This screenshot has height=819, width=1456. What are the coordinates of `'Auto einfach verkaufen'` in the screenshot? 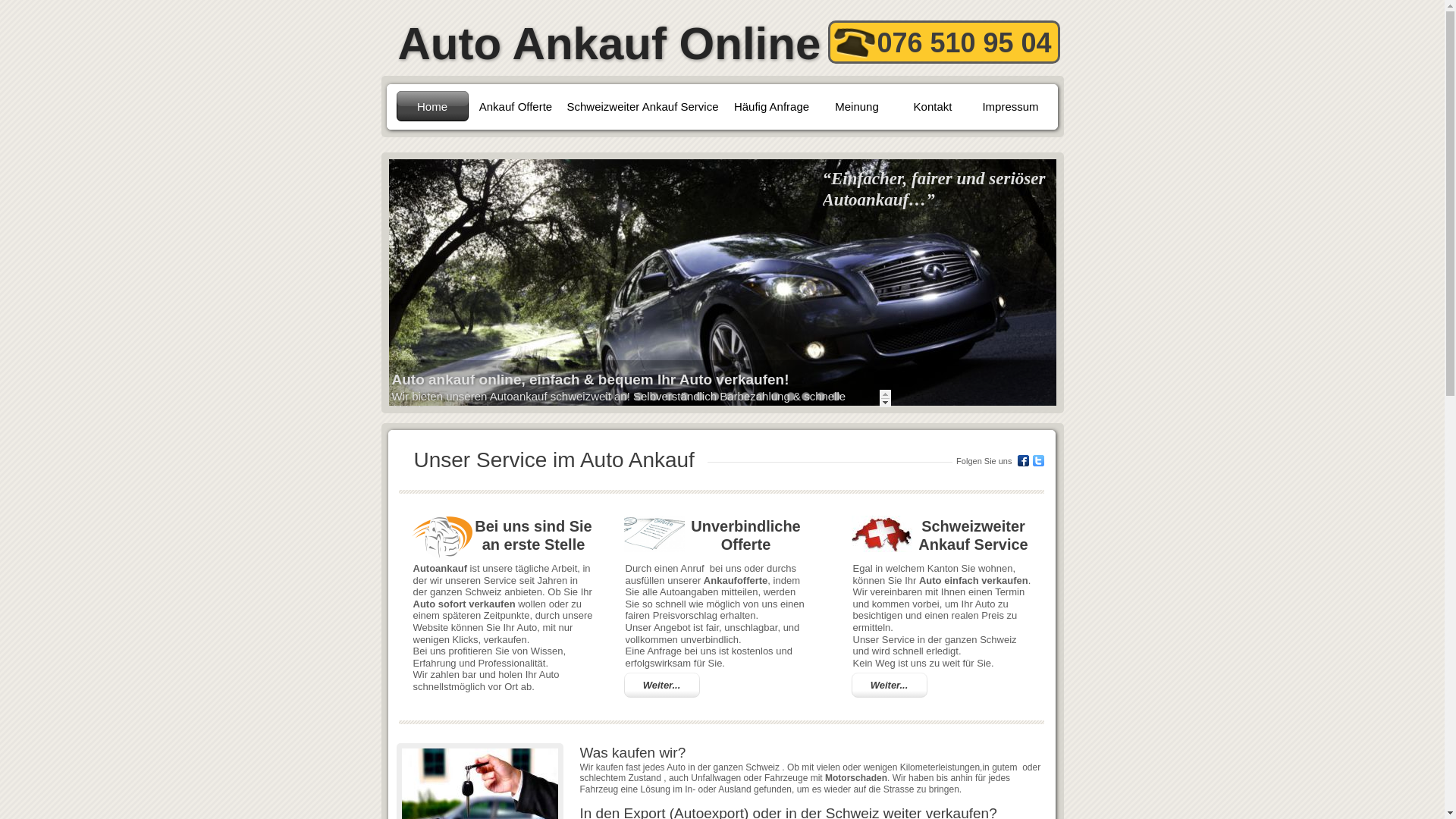 It's located at (973, 579).